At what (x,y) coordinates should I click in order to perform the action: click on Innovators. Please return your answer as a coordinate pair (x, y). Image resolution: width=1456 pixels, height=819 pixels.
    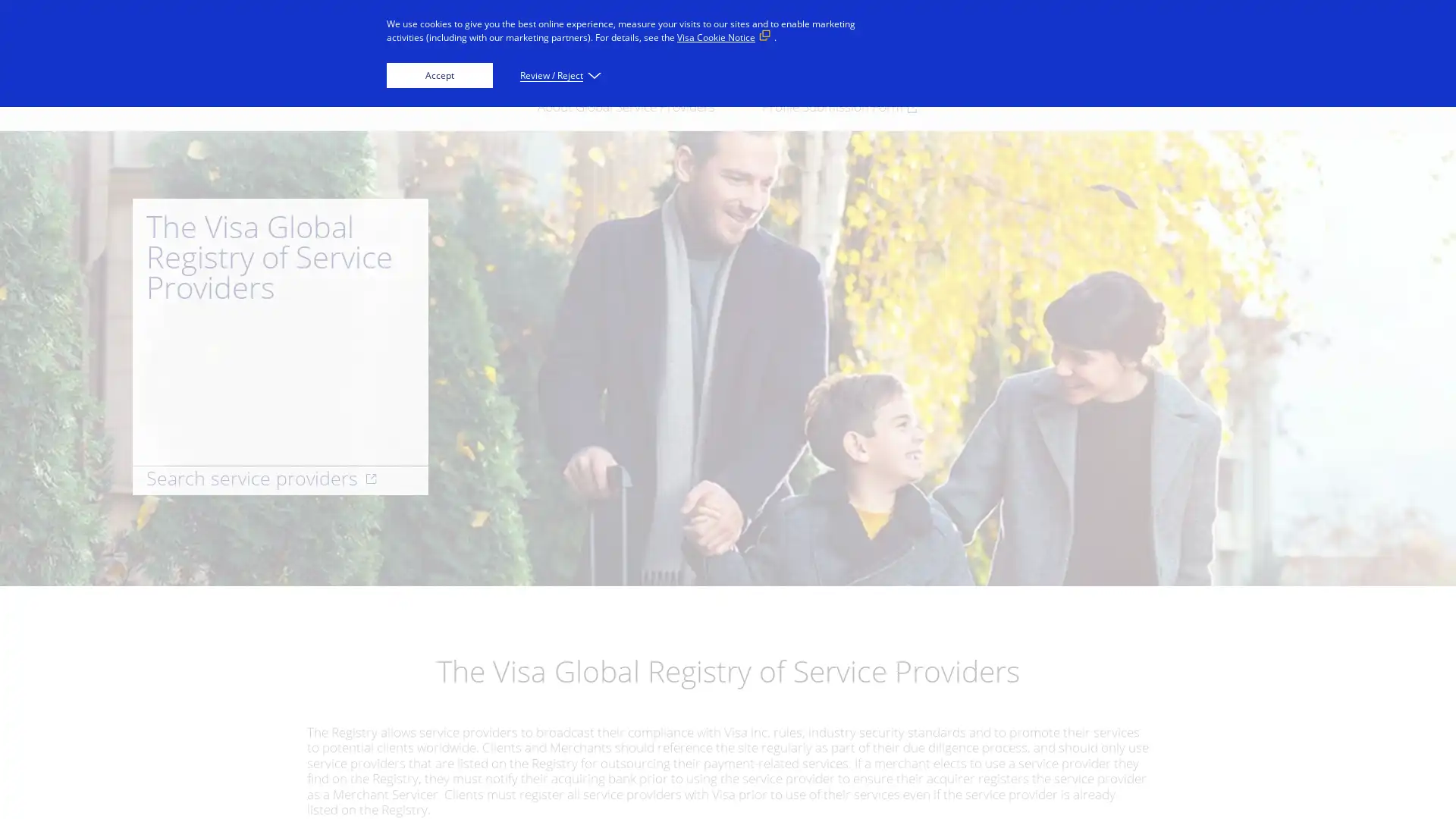
    Looking at the image, I should click on (824, 40).